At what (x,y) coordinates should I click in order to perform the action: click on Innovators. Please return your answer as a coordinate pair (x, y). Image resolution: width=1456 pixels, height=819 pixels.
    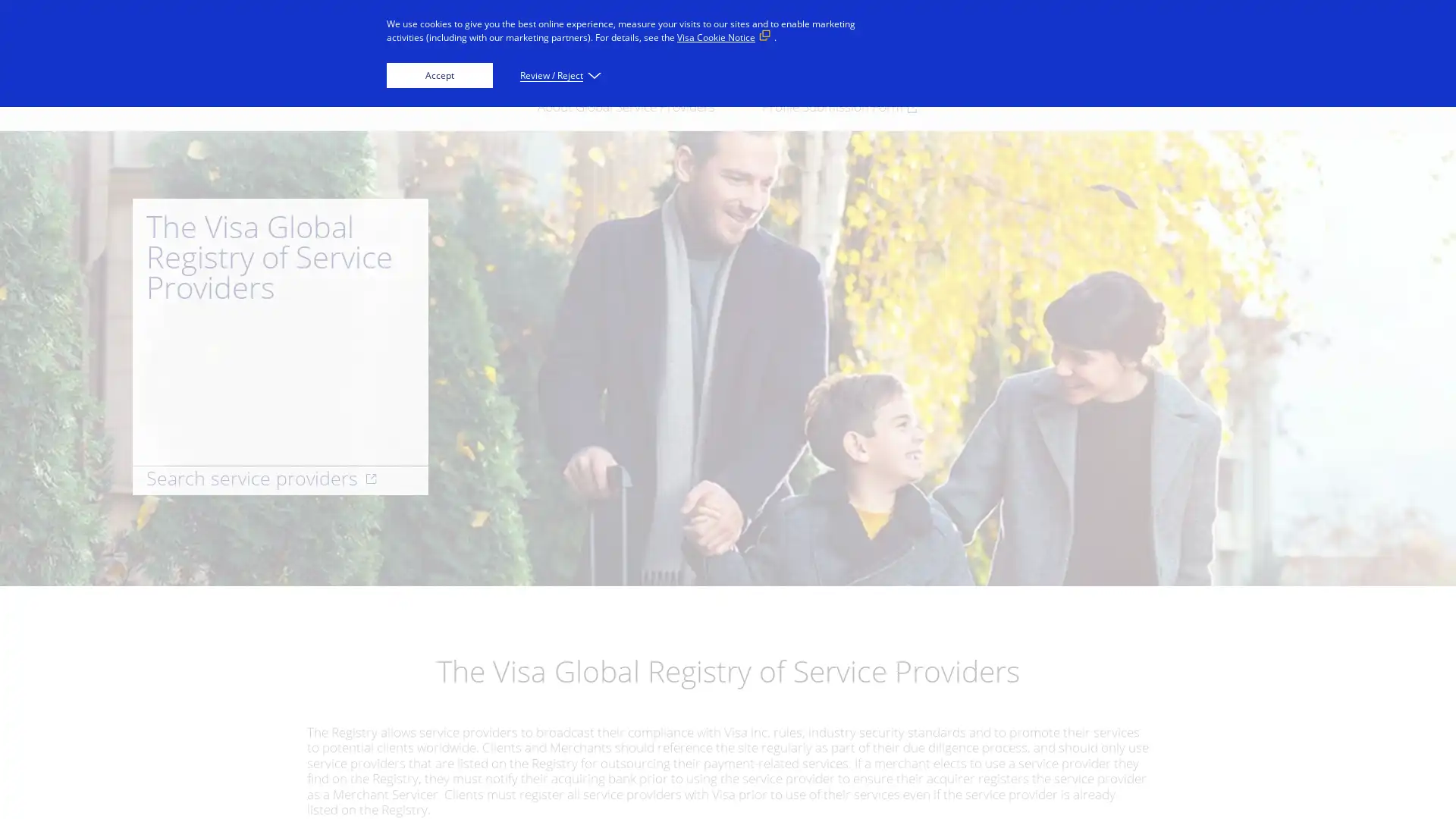
    Looking at the image, I should click on (824, 40).